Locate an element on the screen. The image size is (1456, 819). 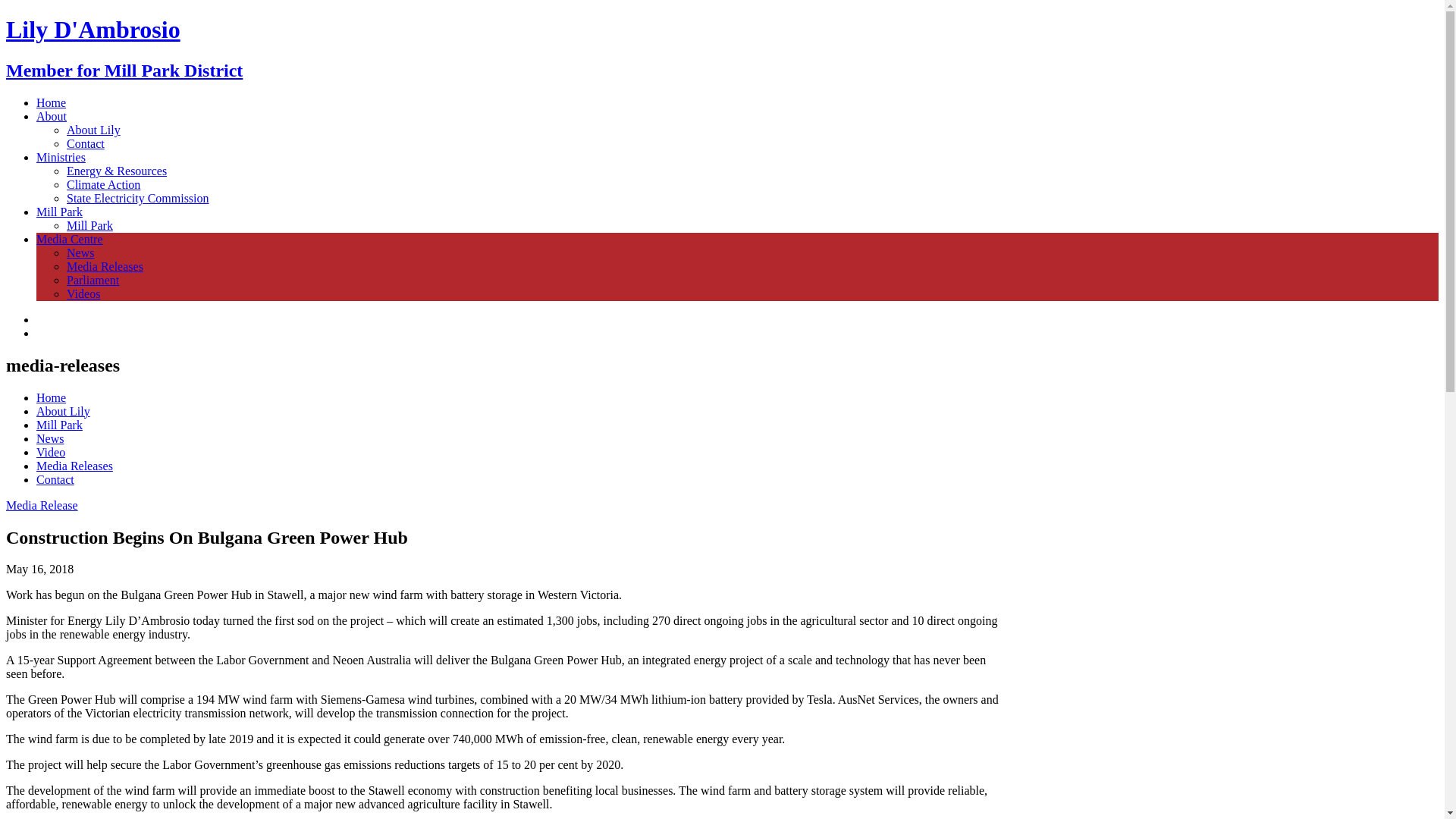
'Media Release' is located at coordinates (42, 505).